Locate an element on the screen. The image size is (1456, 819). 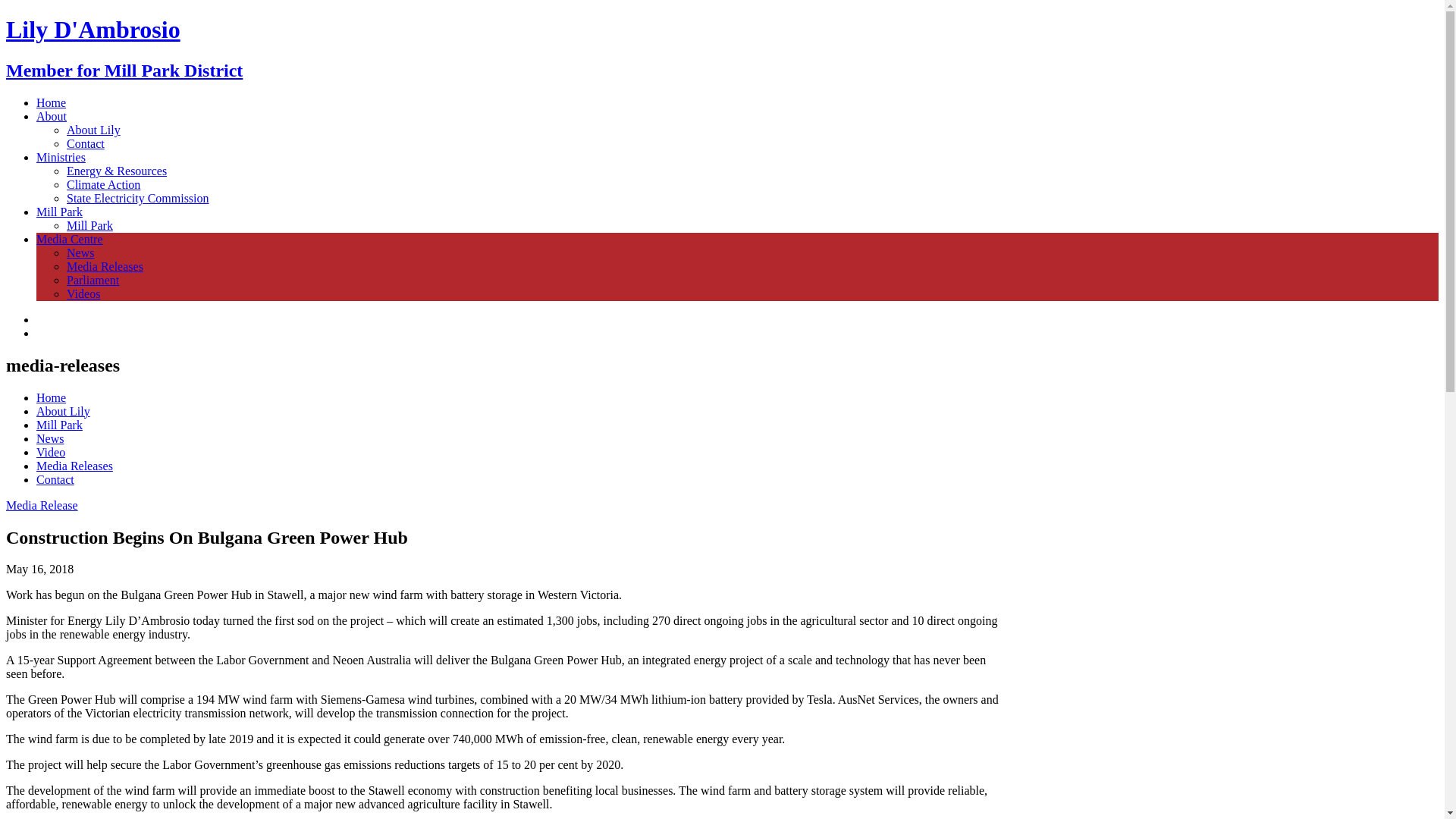
'Media Release' is located at coordinates (42, 505).